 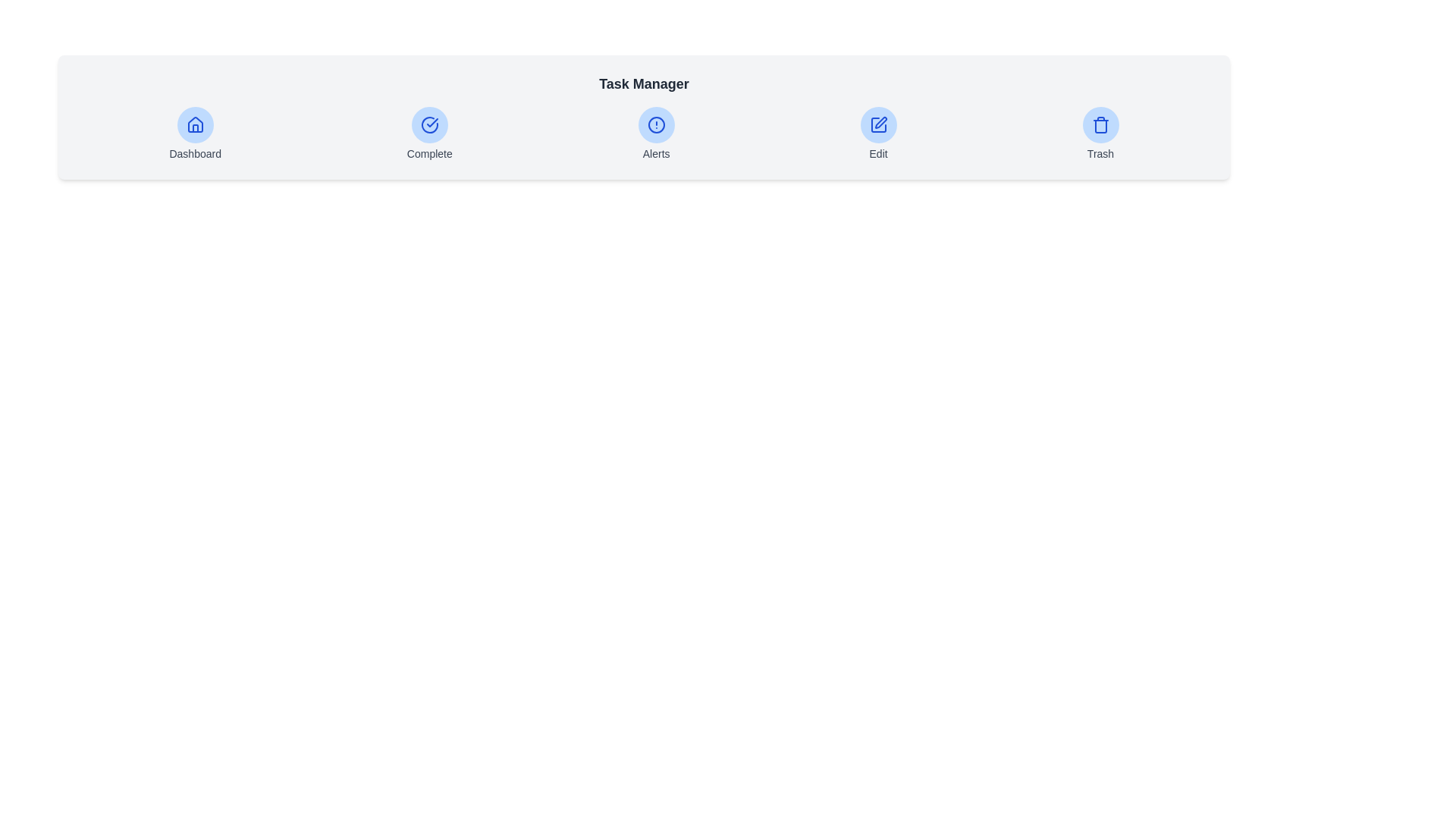 I want to click on the navigation button located between 'Complete' and 'Edit', so click(x=656, y=133).